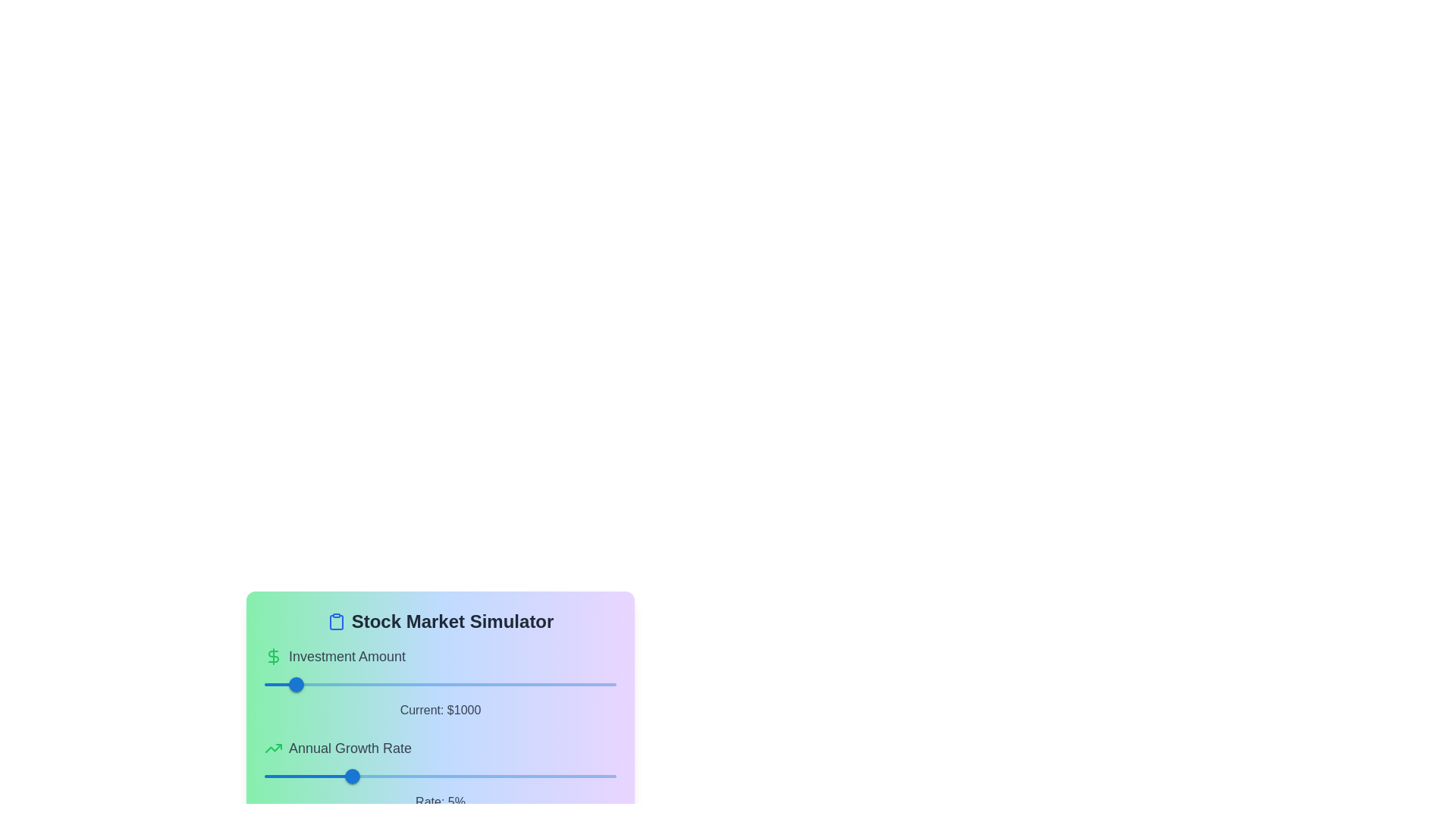  What do you see at coordinates (345, 776) in the screenshot?
I see `the slider value` at bounding box center [345, 776].